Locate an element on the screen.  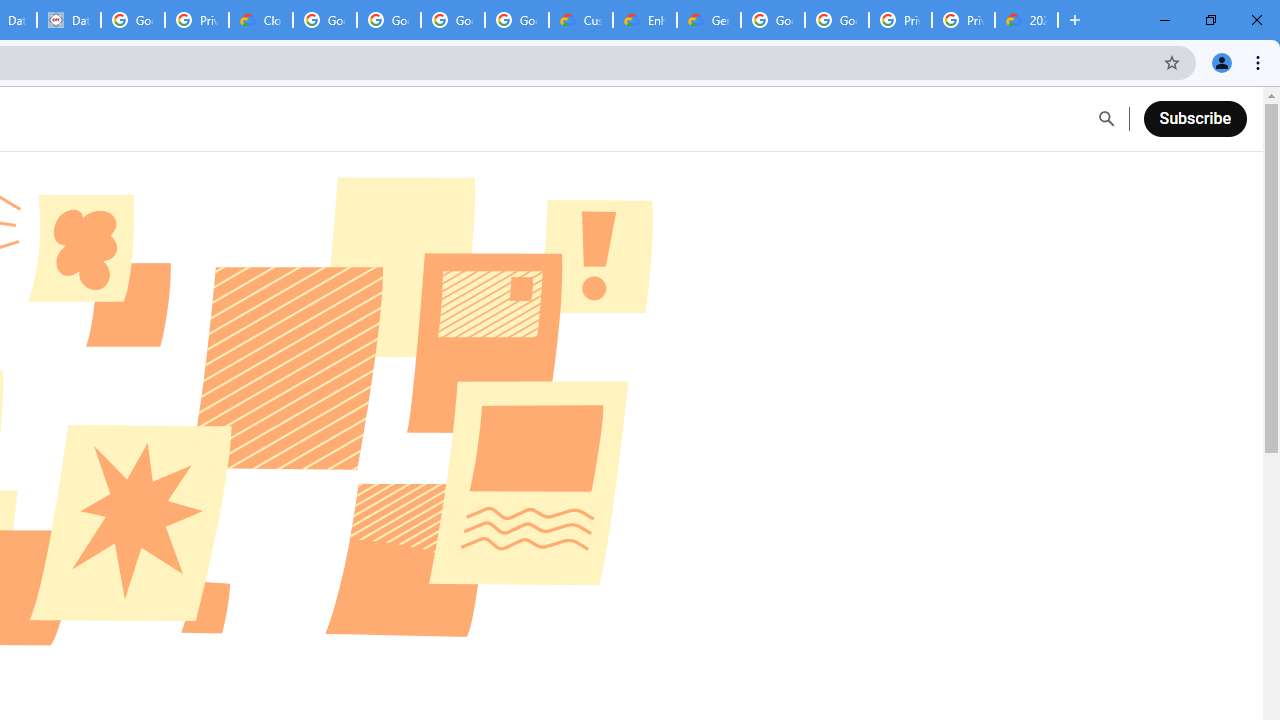
'Subscribe' is located at coordinates (1194, 118).